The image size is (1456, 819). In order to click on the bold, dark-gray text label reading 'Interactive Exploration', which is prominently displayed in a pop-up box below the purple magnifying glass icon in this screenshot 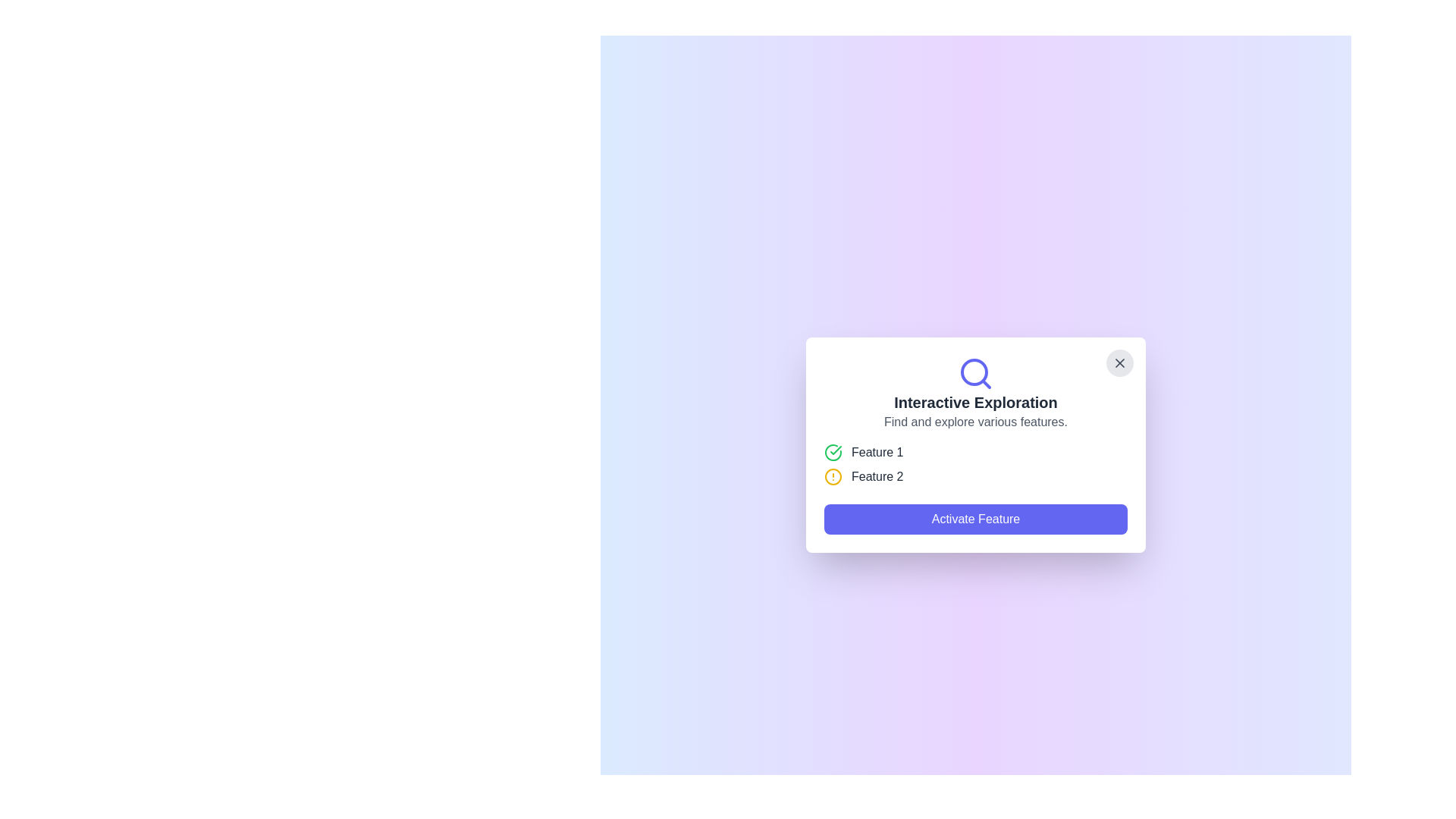, I will do `click(975, 402)`.